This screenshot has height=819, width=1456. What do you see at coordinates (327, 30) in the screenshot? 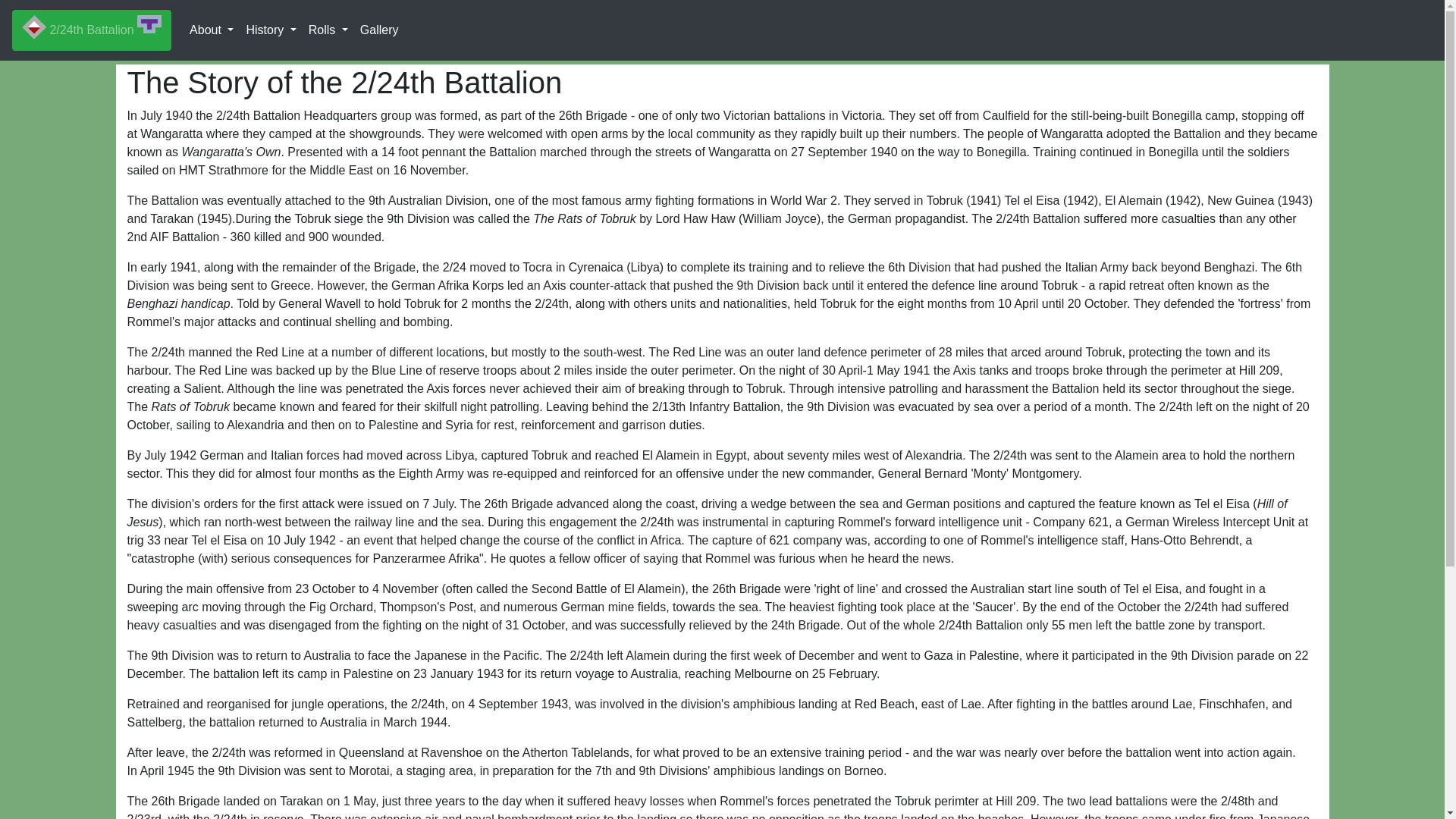
I see `'Rolls'` at bounding box center [327, 30].